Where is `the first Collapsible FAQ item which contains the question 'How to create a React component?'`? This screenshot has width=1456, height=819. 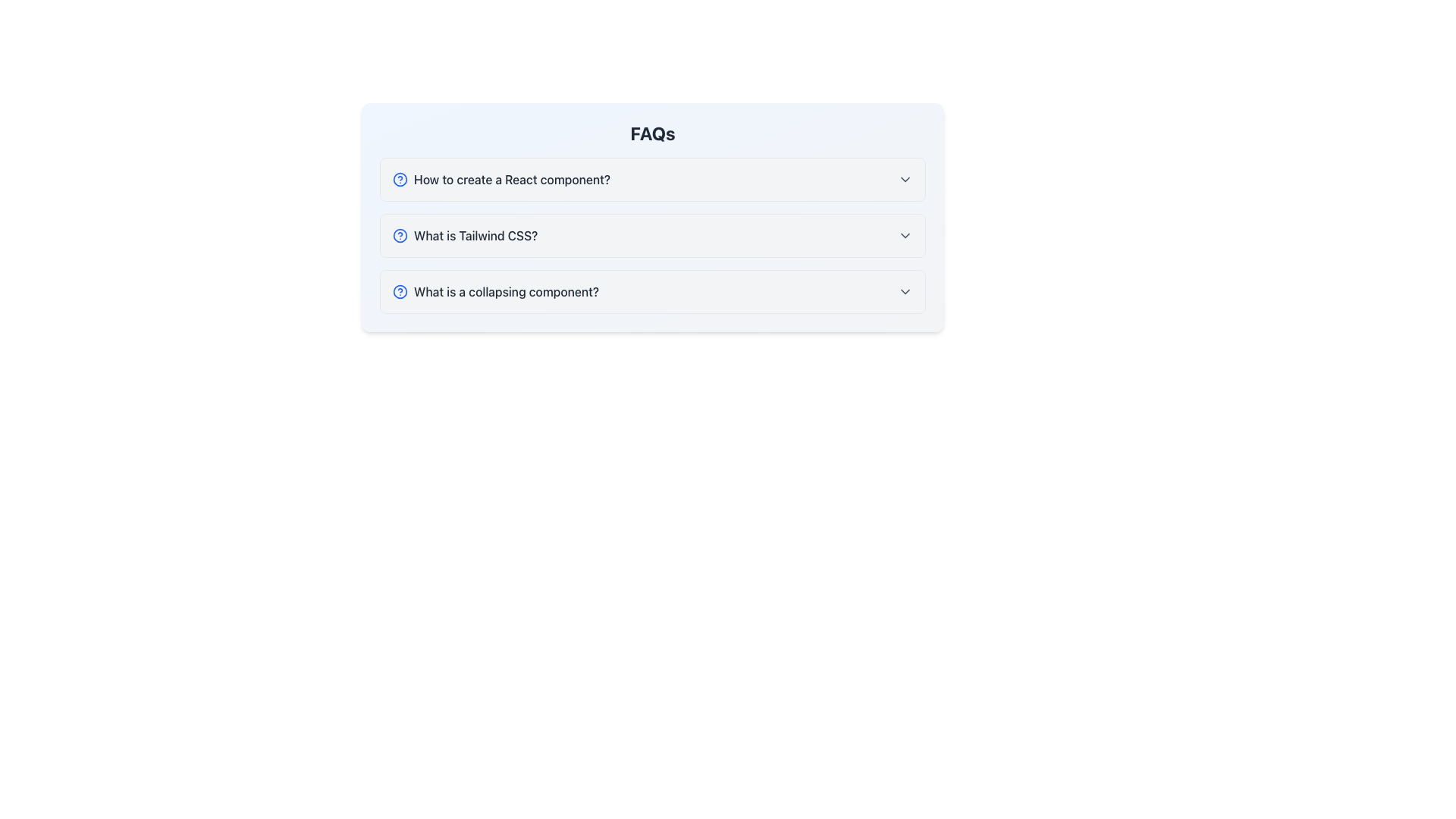
the first Collapsible FAQ item which contains the question 'How to create a React component?' is located at coordinates (652, 178).